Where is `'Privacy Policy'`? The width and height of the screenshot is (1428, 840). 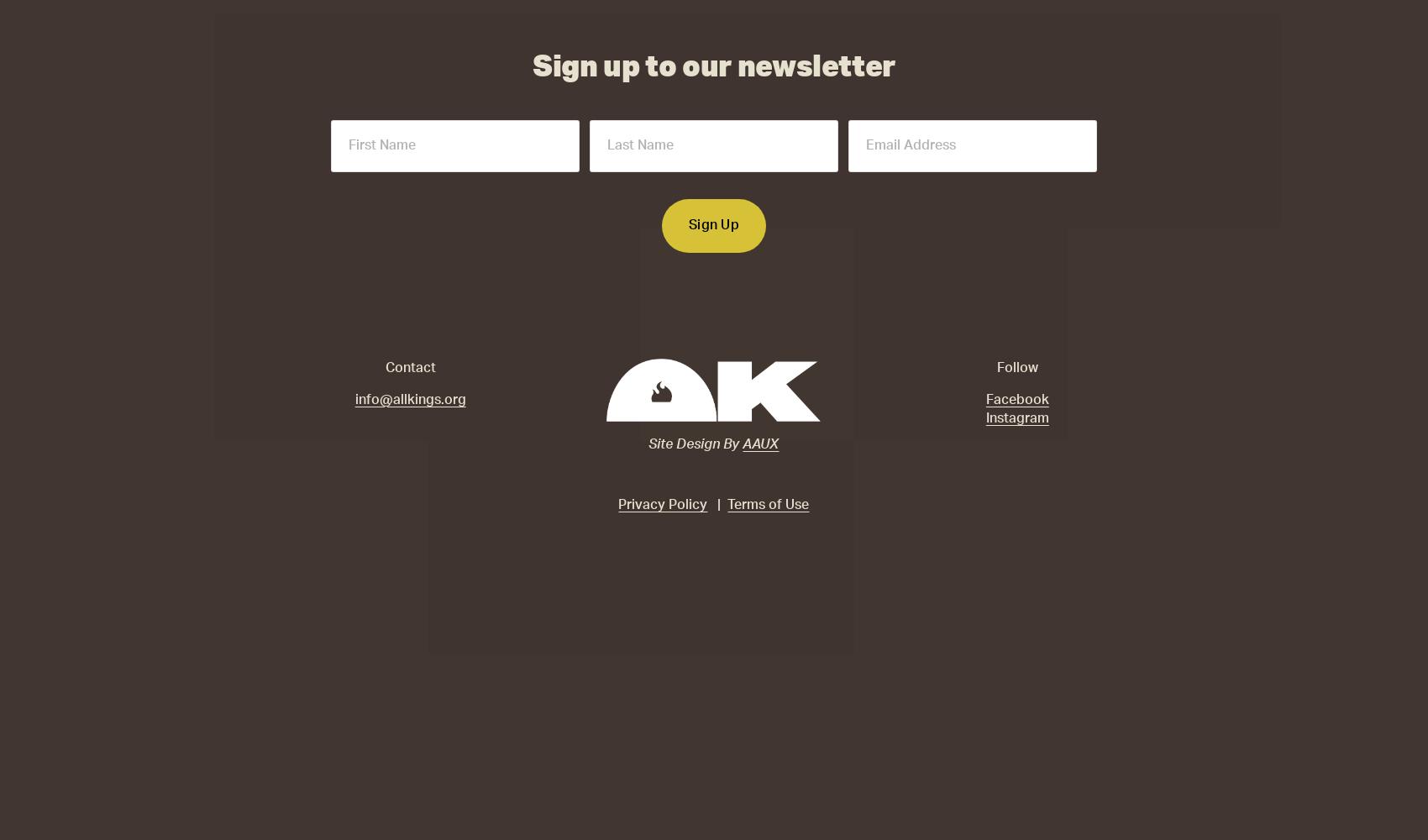
'Privacy Policy' is located at coordinates (661, 503).